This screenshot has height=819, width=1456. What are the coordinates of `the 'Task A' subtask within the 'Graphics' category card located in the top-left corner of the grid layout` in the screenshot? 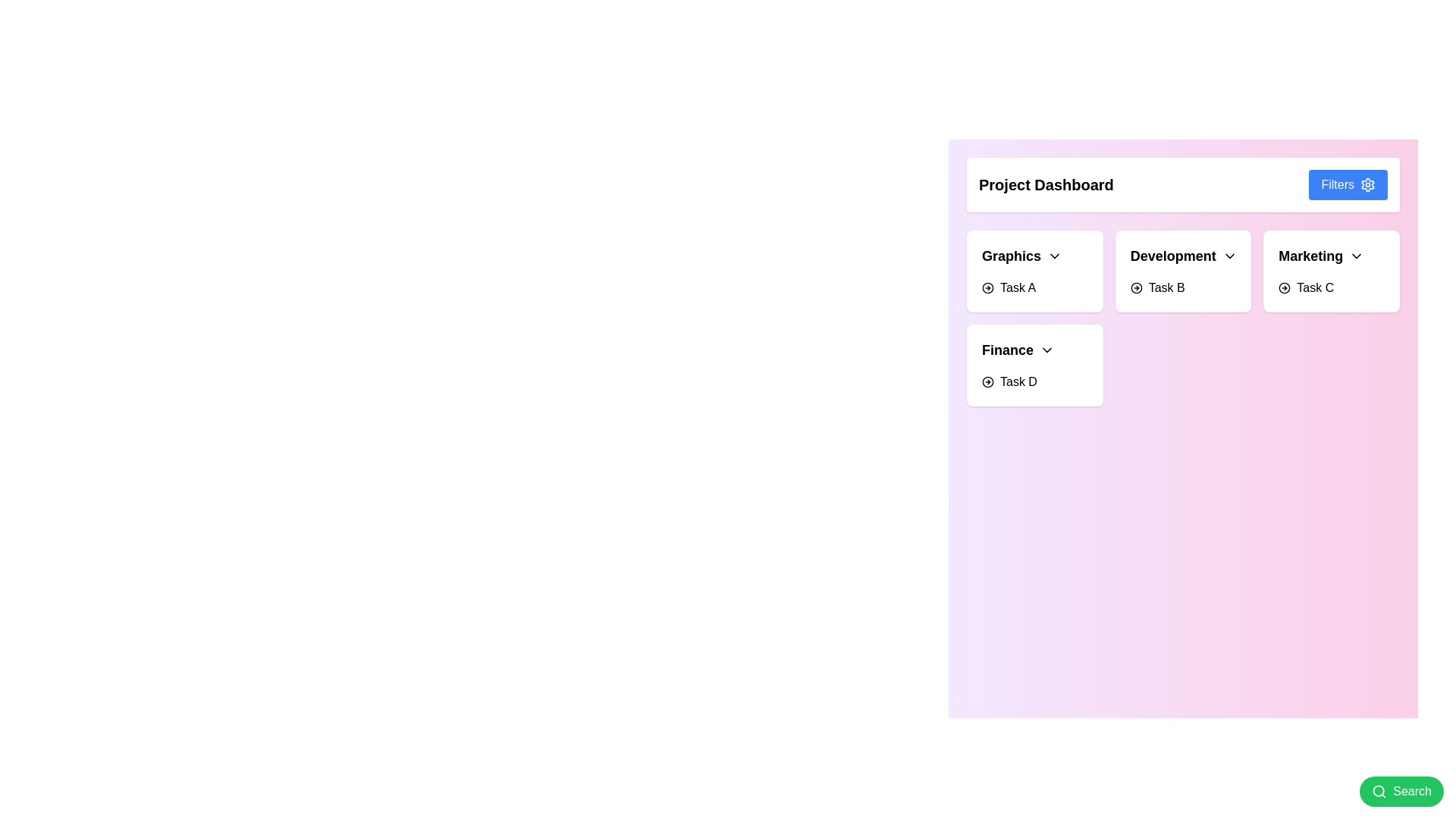 It's located at (1034, 271).